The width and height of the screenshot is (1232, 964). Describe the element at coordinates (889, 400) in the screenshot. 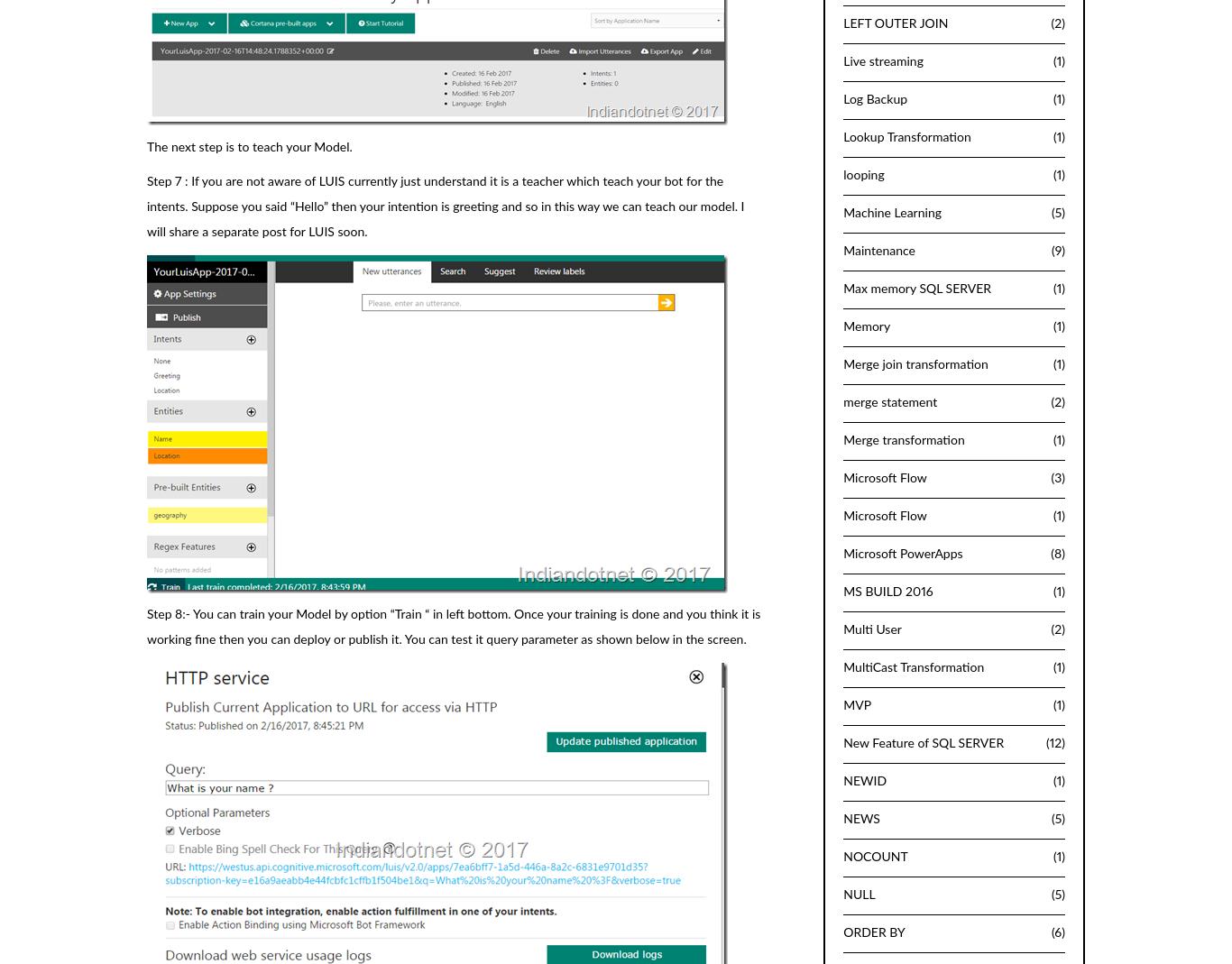

I see `'merge statement'` at that location.